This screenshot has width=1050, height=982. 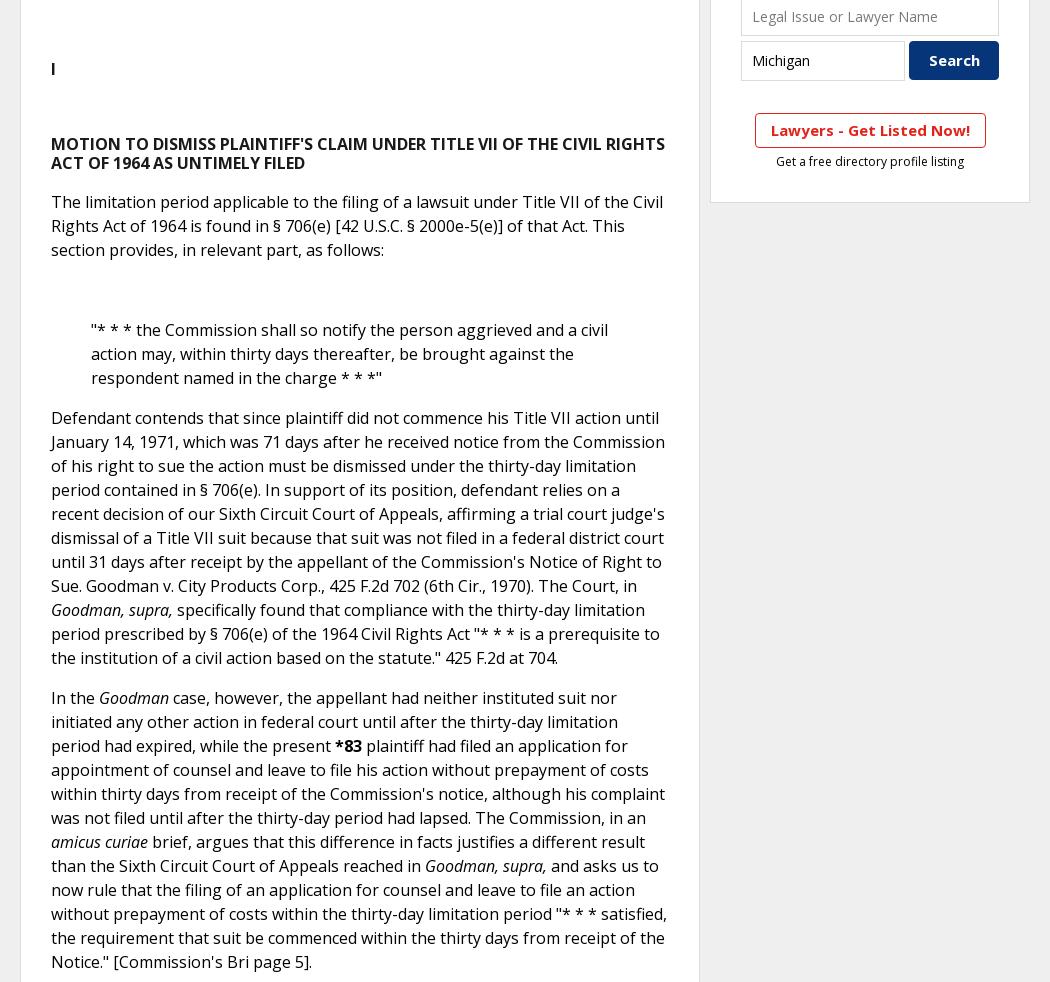 I want to click on 'case, however, the appellant had neither instituted suit nor initiated any other action in federal court until after the thirty-day limitation period had expired, while the present', so click(x=334, y=719).